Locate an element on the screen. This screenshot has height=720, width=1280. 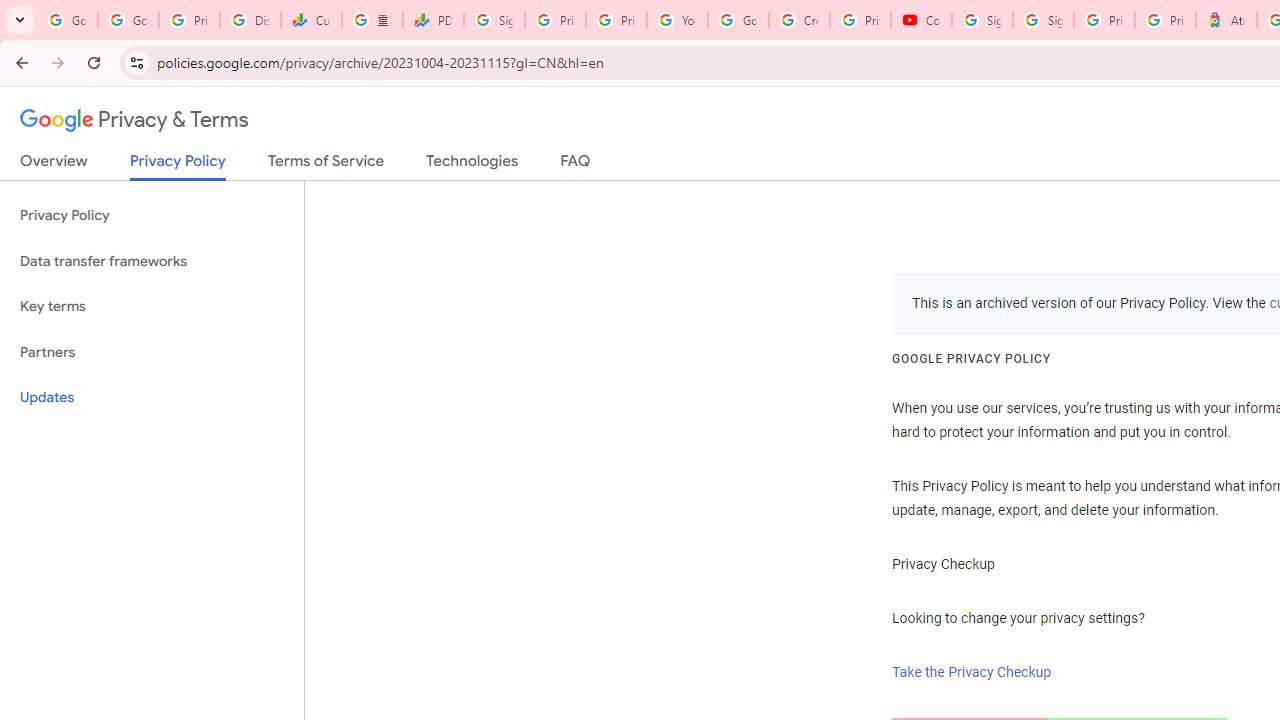
'Google Workspace Admin Community' is located at coordinates (67, 20).